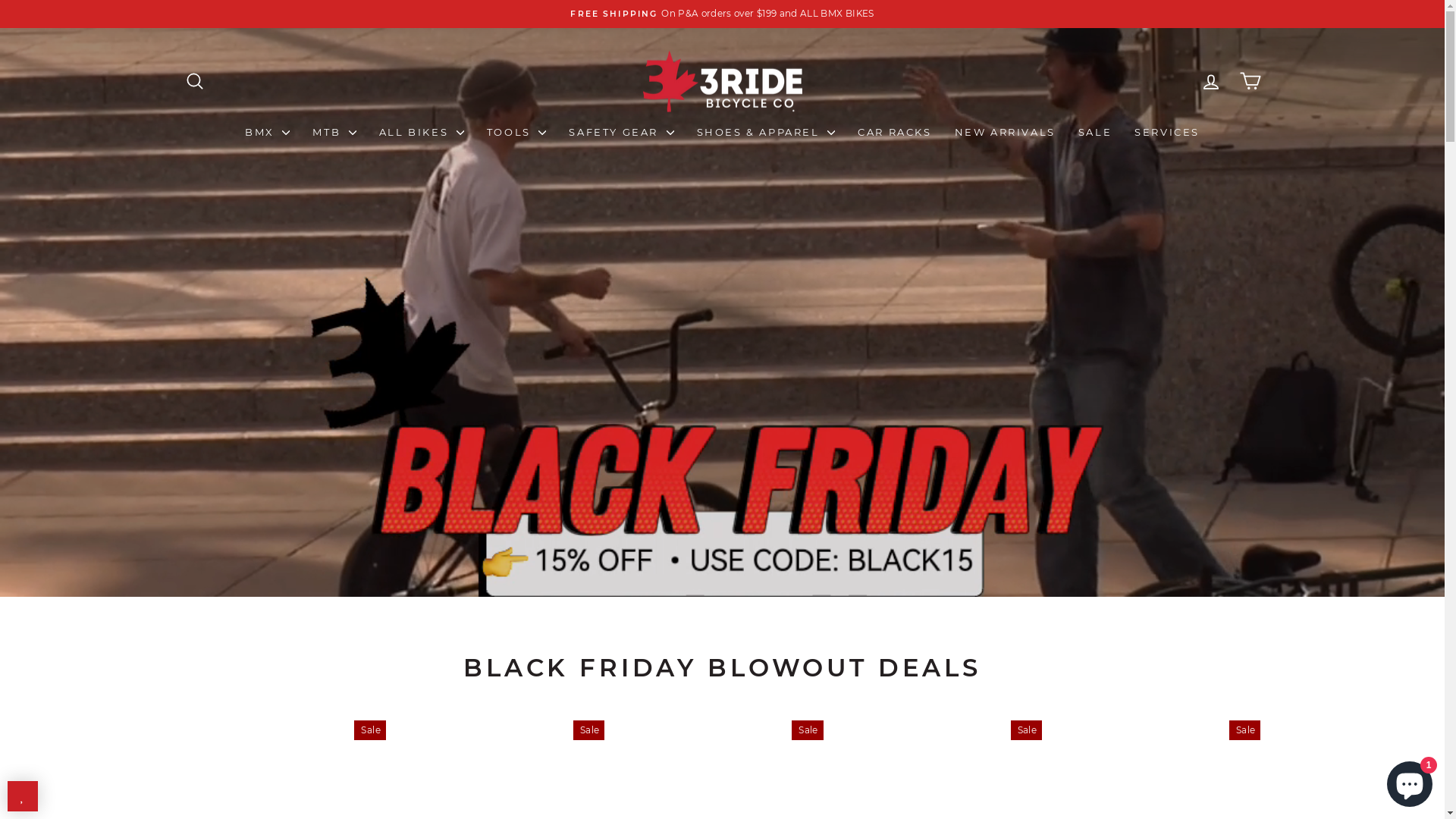  What do you see at coordinates (1189, 80) in the screenshot?
I see `'ACCOUNT` at bounding box center [1189, 80].